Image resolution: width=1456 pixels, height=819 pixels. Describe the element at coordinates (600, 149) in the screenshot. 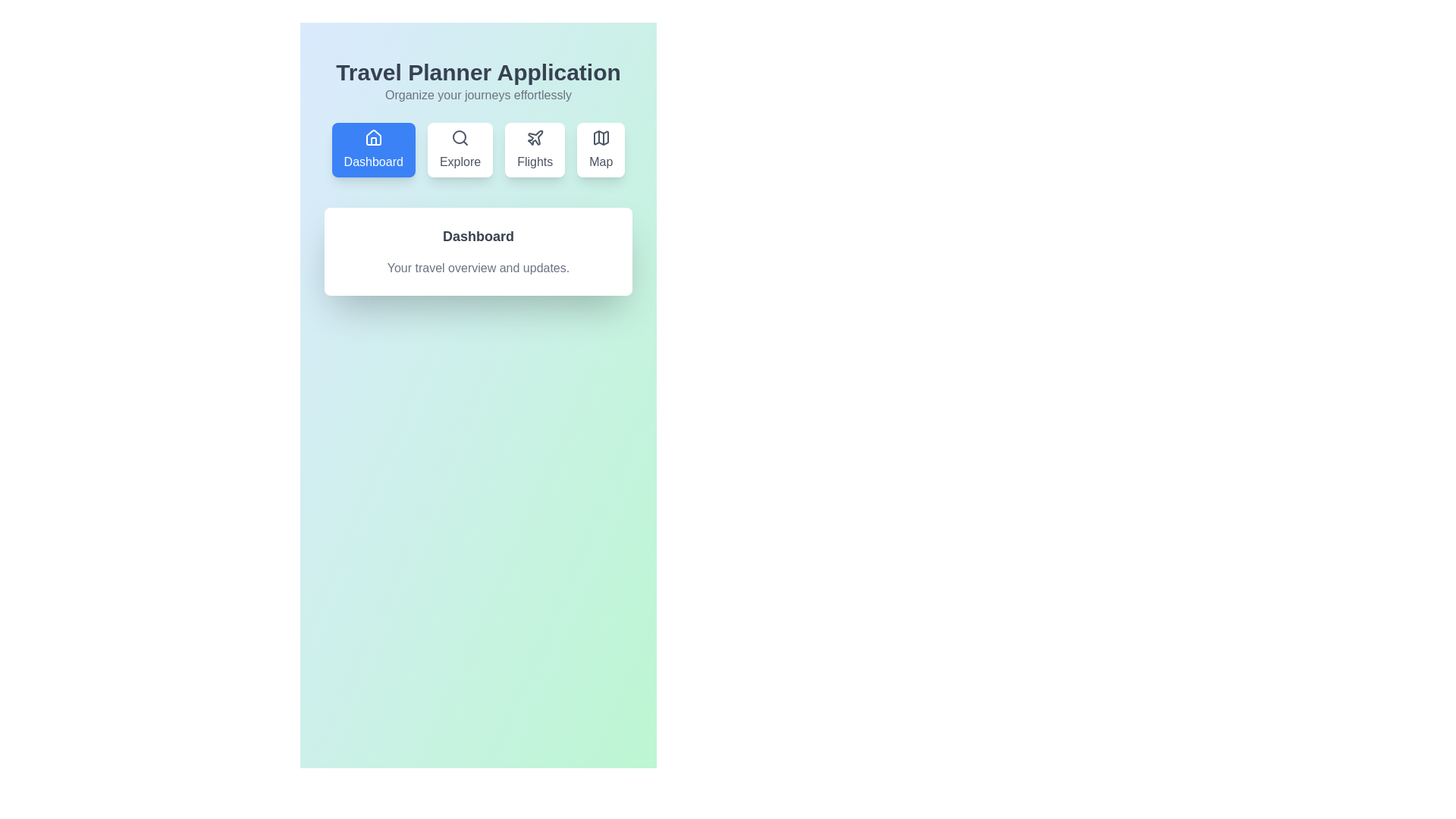

I see `the Map tab to select it` at that location.